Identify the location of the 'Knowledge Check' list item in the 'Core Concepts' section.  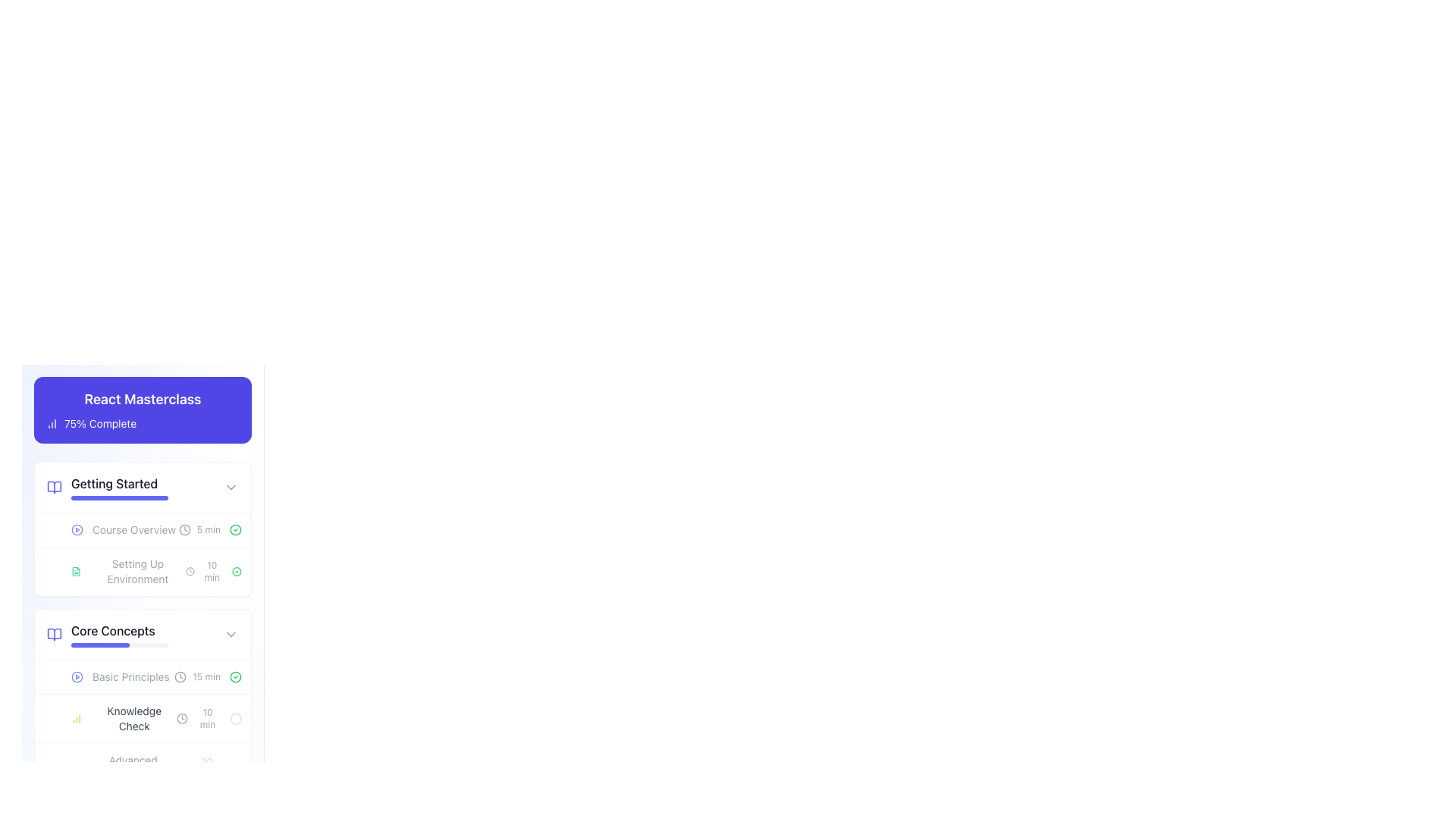
(143, 725).